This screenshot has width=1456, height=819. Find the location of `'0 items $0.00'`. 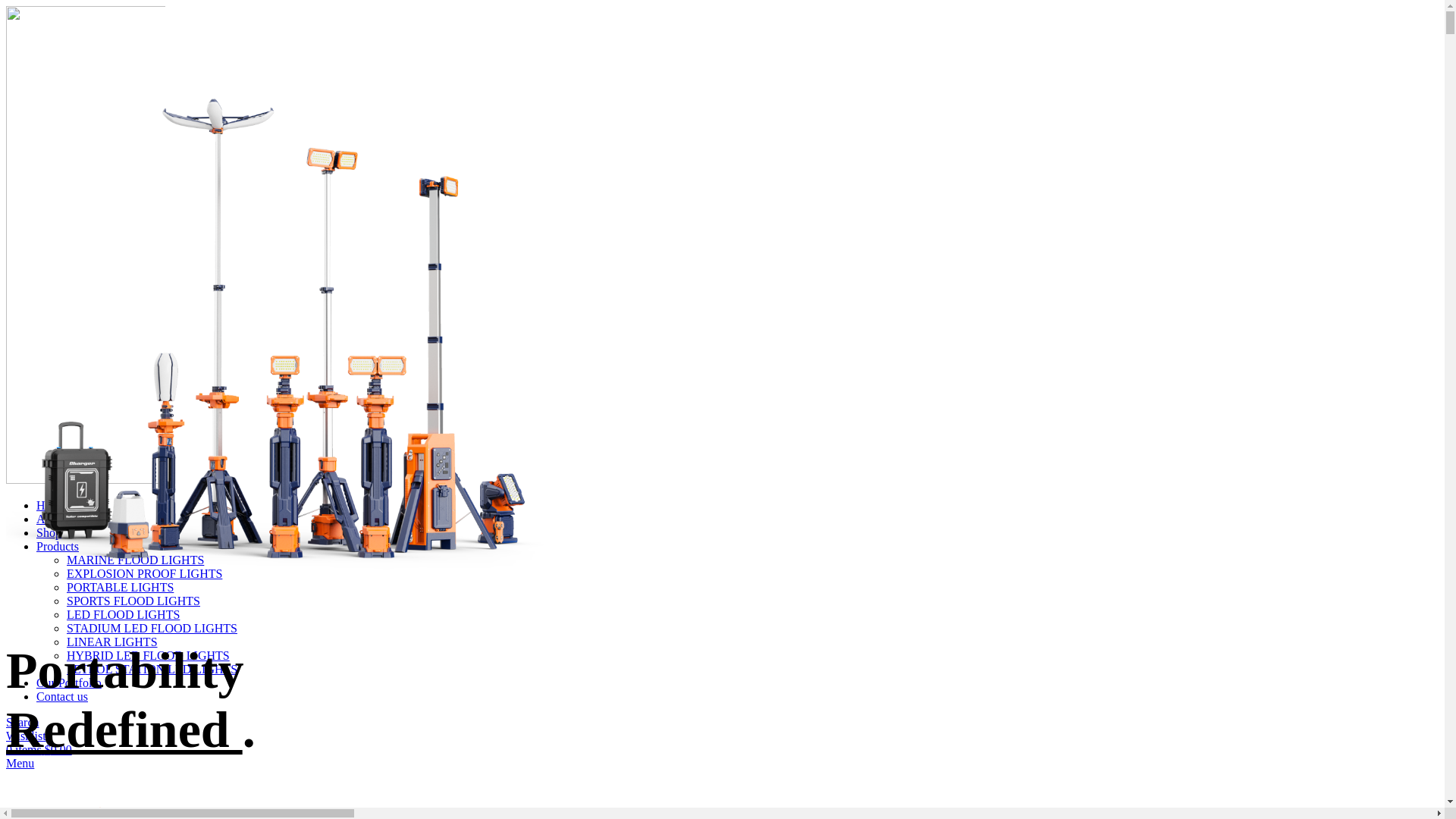

'0 items $0.00' is located at coordinates (39, 748).